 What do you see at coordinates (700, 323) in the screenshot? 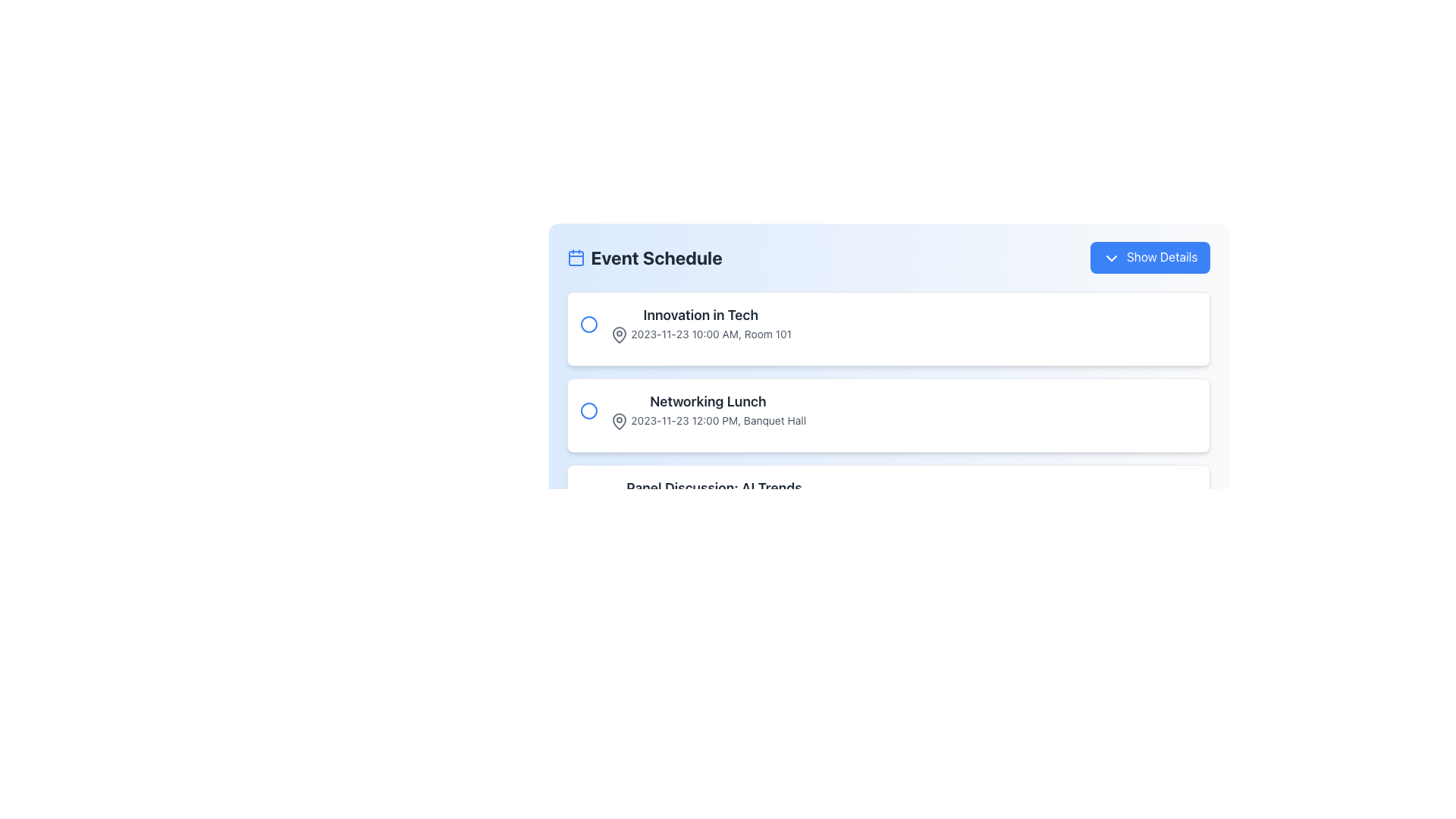
I see `the Text block titled 'Innovation in Tech' with a subtitle '2023-11-23 10:00 AM, Room 101', which includes a location pin icon, positioned as the first event in the schedule` at bounding box center [700, 323].